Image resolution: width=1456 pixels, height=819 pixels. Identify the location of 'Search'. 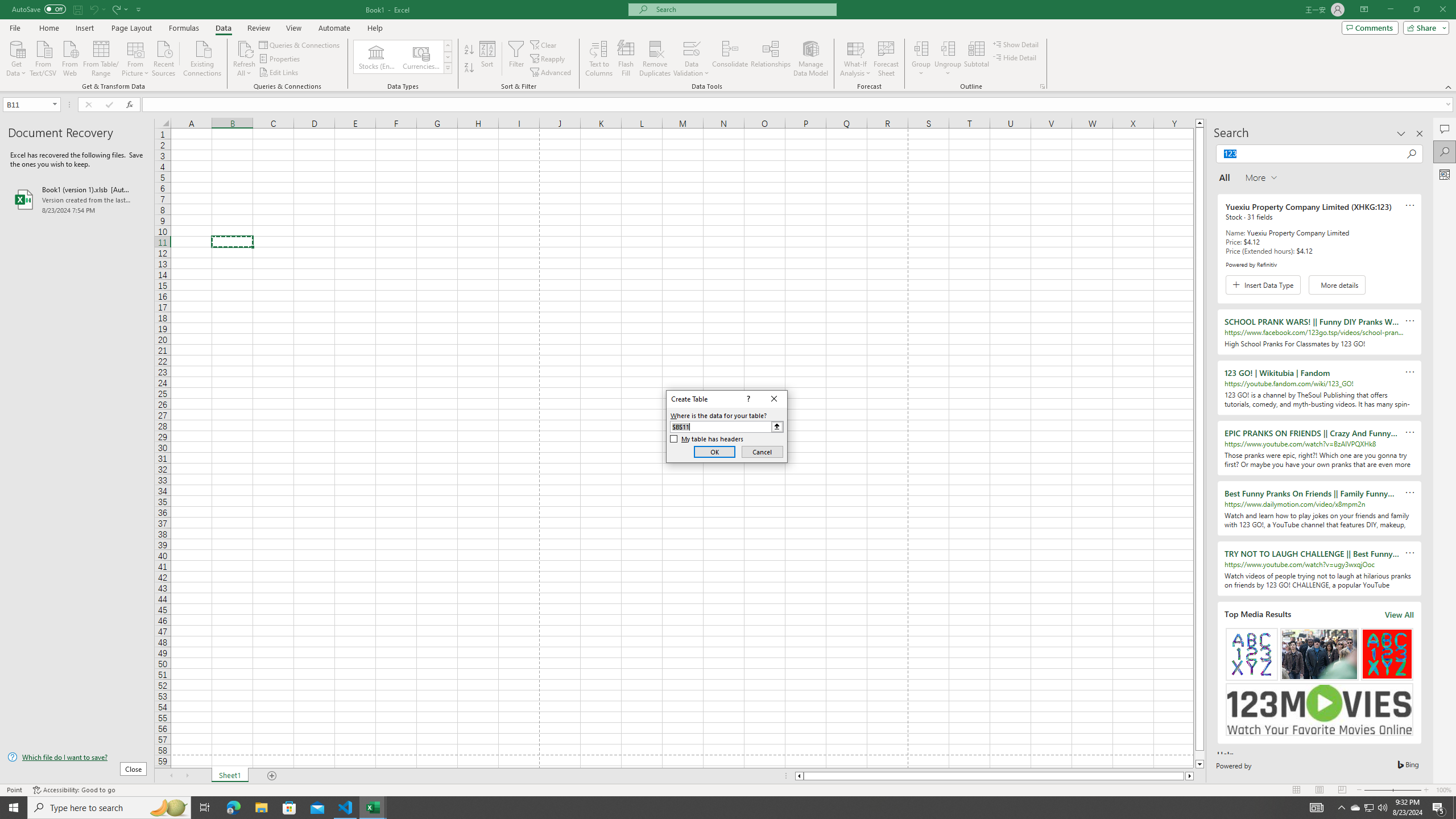
(1444, 152).